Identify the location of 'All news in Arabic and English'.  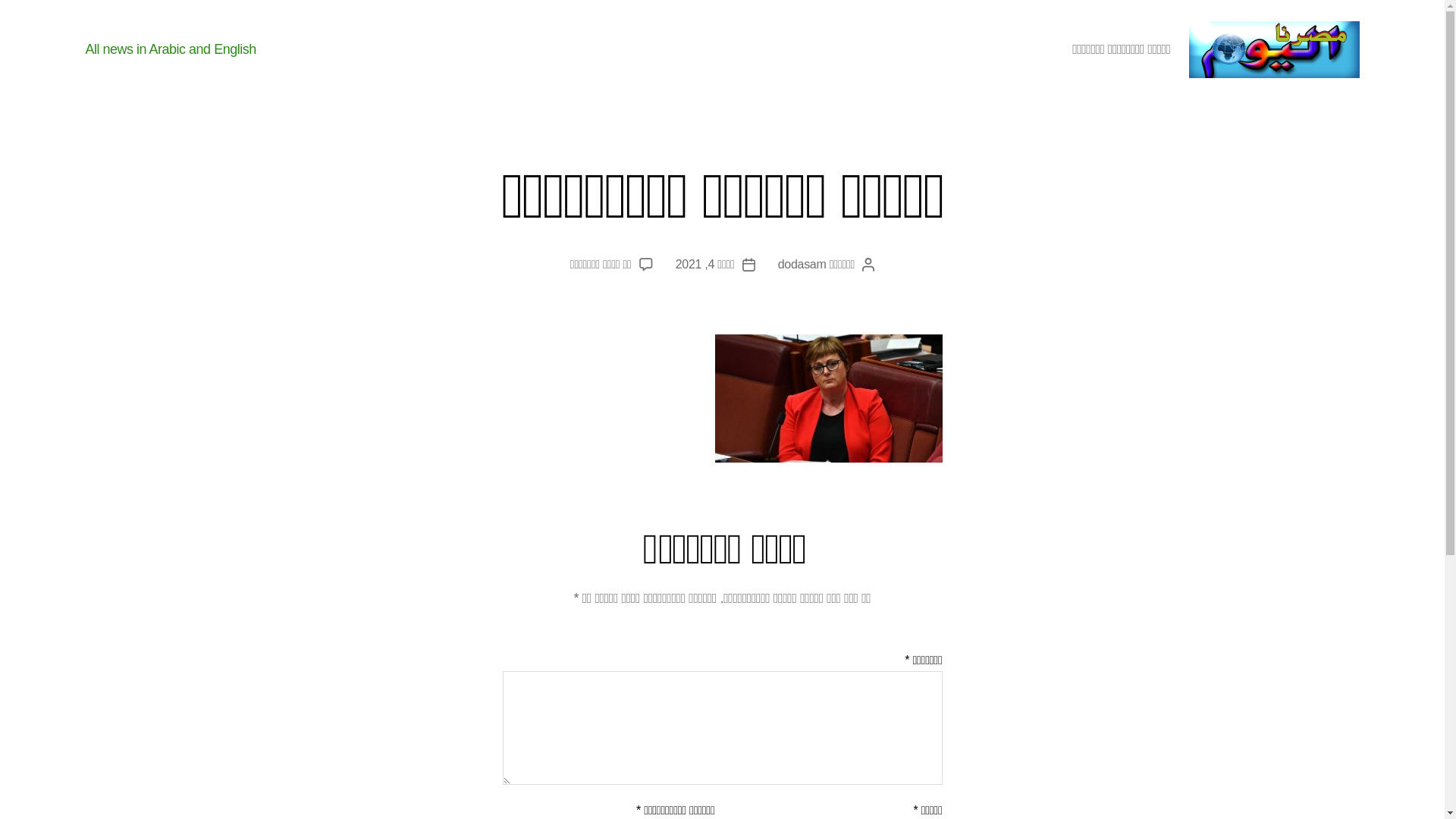
(170, 49).